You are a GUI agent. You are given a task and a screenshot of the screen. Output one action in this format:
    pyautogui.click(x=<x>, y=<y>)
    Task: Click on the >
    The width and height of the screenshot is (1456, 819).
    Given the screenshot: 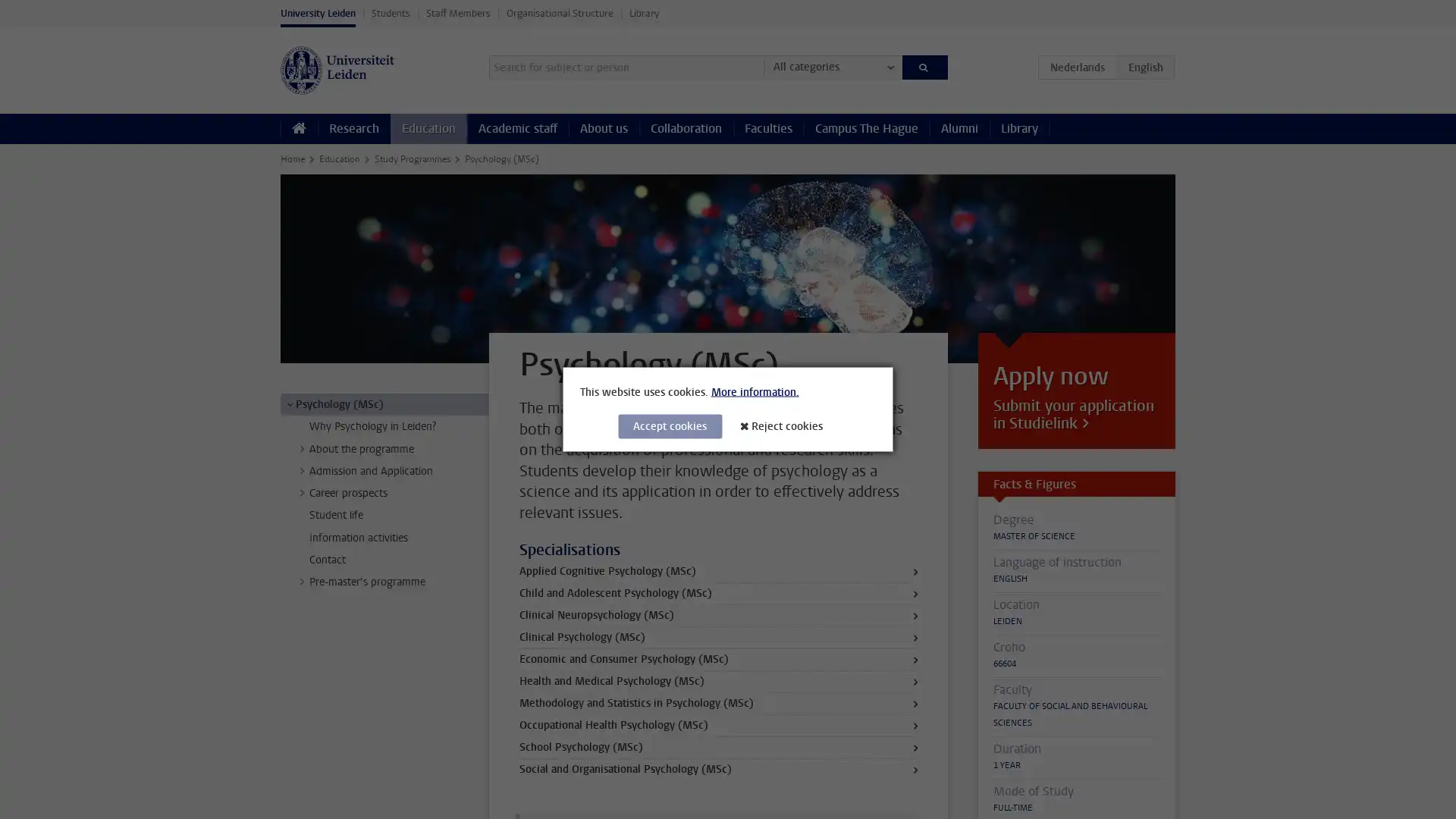 What is the action you would take?
    pyautogui.click(x=302, y=493)
    